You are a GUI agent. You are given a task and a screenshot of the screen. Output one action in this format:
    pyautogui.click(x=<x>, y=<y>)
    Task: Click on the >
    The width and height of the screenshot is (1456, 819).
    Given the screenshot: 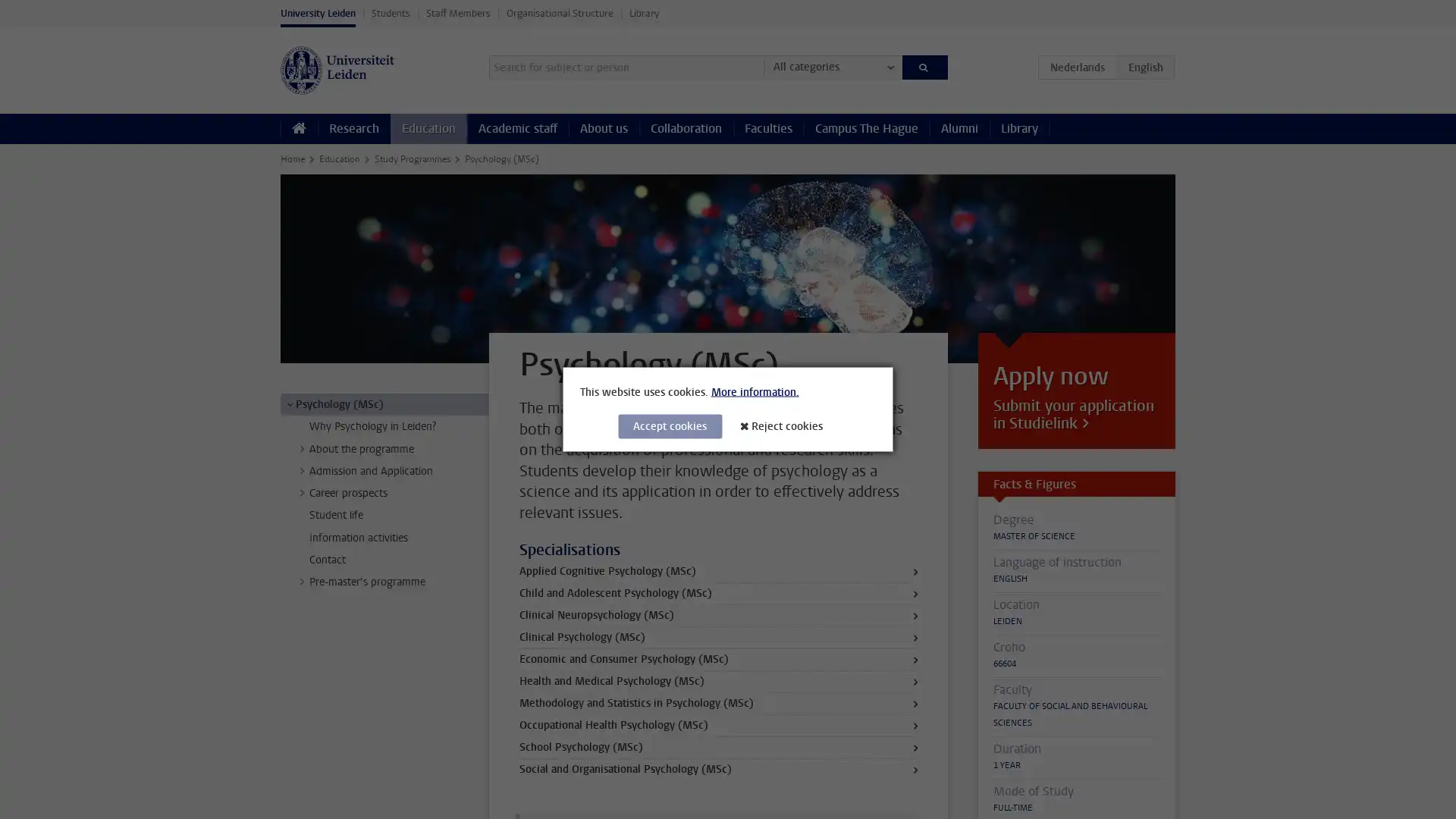 What is the action you would take?
    pyautogui.click(x=302, y=493)
    